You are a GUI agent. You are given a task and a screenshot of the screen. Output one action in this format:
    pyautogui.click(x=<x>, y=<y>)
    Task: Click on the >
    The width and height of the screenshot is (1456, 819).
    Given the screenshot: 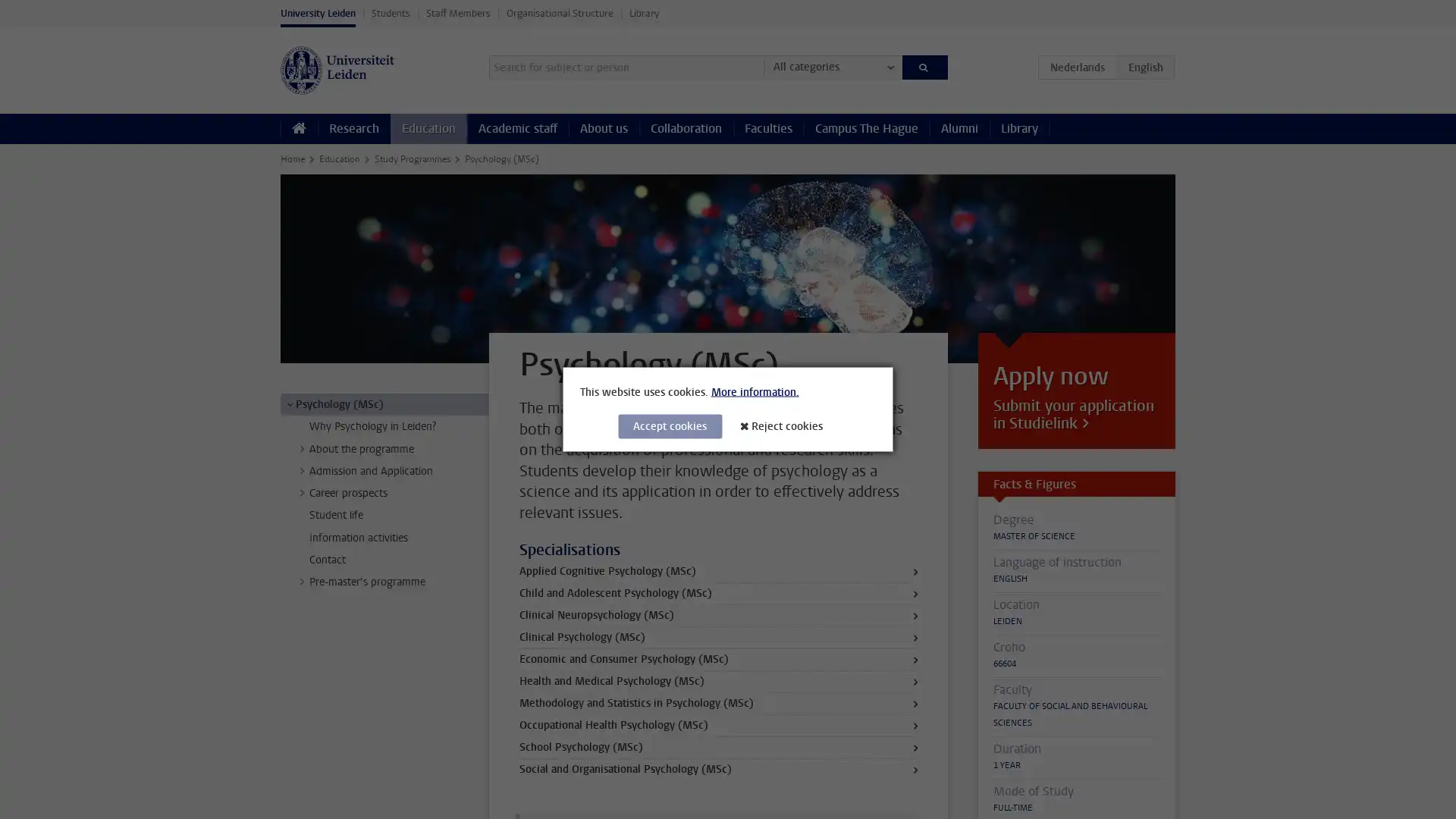 What is the action you would take?
    pyautogui.click(x=302, y=493)
    